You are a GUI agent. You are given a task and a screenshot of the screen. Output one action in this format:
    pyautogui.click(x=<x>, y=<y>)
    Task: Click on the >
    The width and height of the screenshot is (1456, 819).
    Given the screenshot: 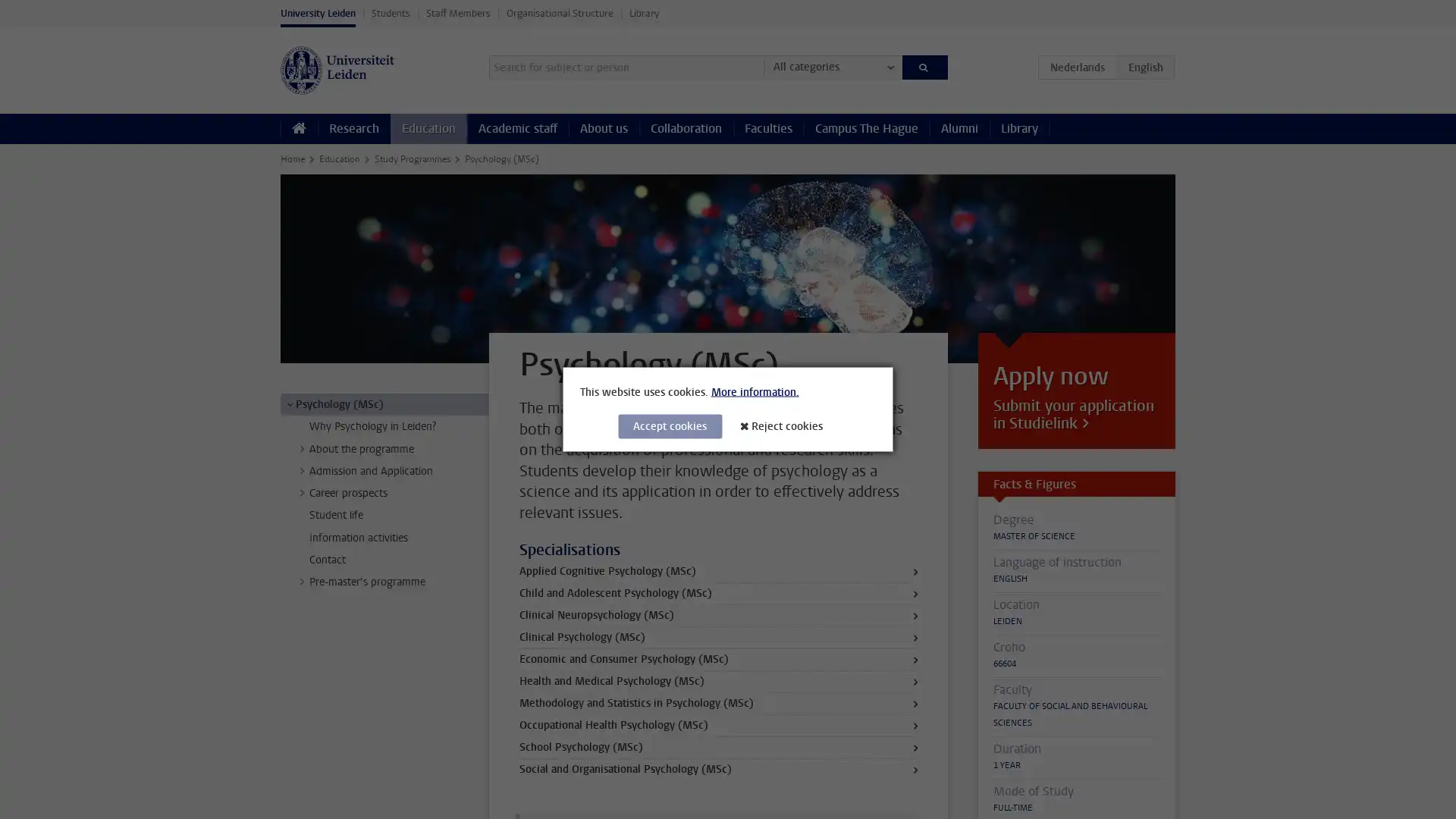 What is the action you would take?
    pyautogui.click(x=302, y=493)
    